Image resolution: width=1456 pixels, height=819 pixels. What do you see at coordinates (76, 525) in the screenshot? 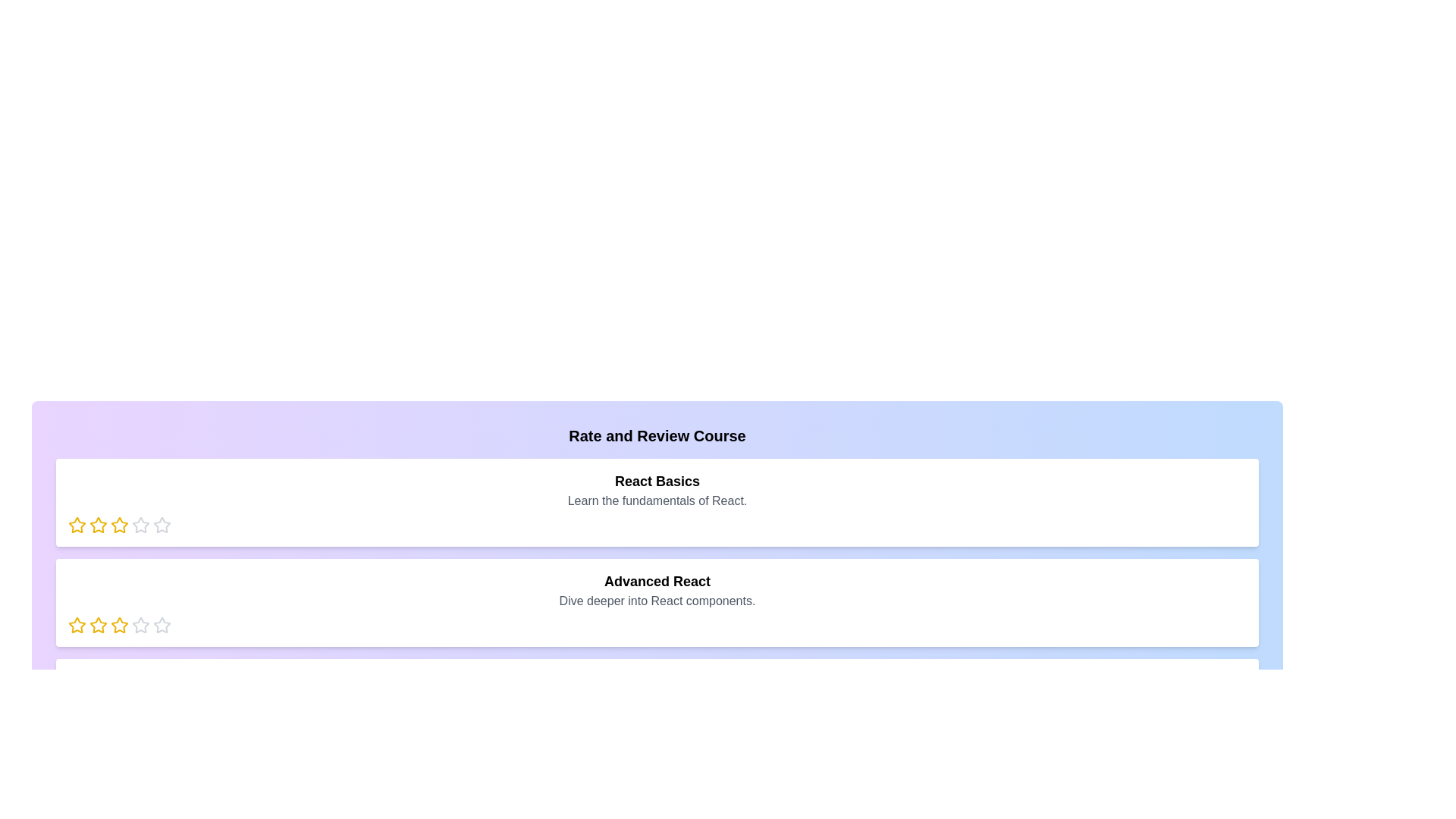
I see `the active yellow star icon to rate the item labeled 'React Basics' in the rating system` at bounding box center [76, 525].